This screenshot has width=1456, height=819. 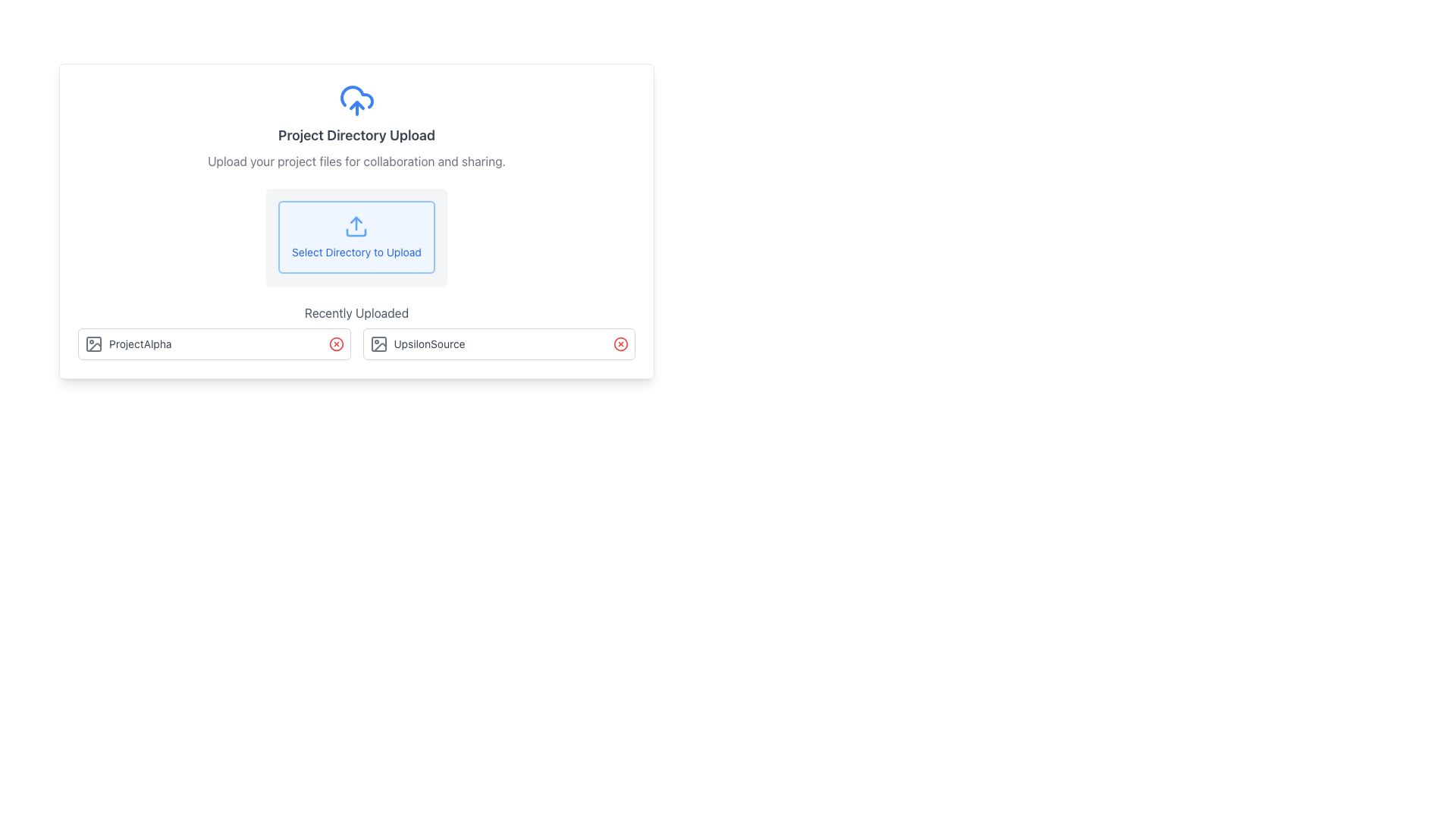 What do you see at coordinates (356, 221) in the screenshot?
I see `the action button for selecting a directory to upload files for collaboration and sharing, located below the title 'Project Directory Upload' and above 'Recently Uploaded'` at bounding box center [356, 221].